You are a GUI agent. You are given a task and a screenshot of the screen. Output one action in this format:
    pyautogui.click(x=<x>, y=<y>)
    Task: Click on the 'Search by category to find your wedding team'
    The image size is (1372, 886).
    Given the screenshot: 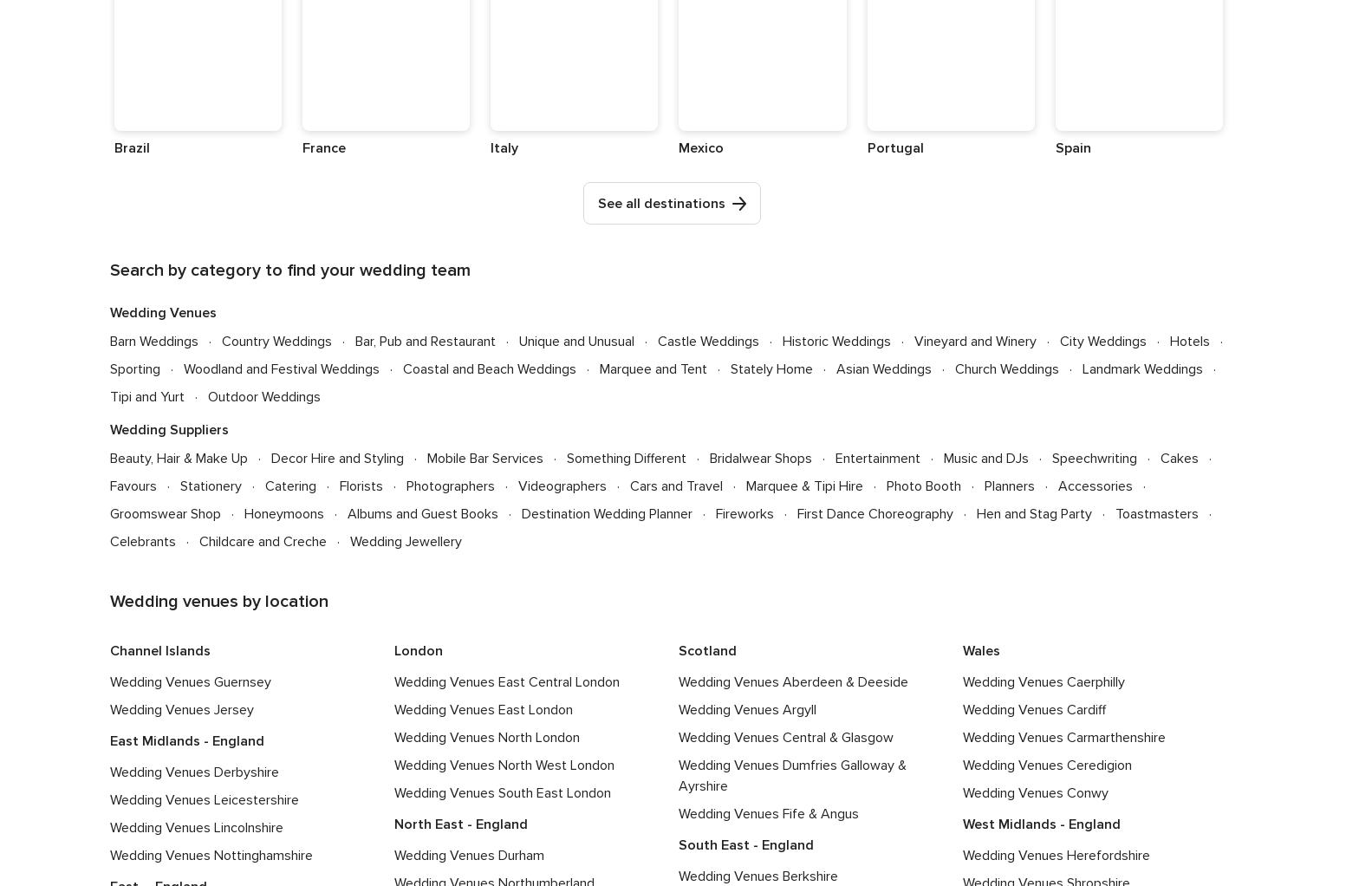 What is the action you would take?
    pyautogui.click(x=289, y=268)
    